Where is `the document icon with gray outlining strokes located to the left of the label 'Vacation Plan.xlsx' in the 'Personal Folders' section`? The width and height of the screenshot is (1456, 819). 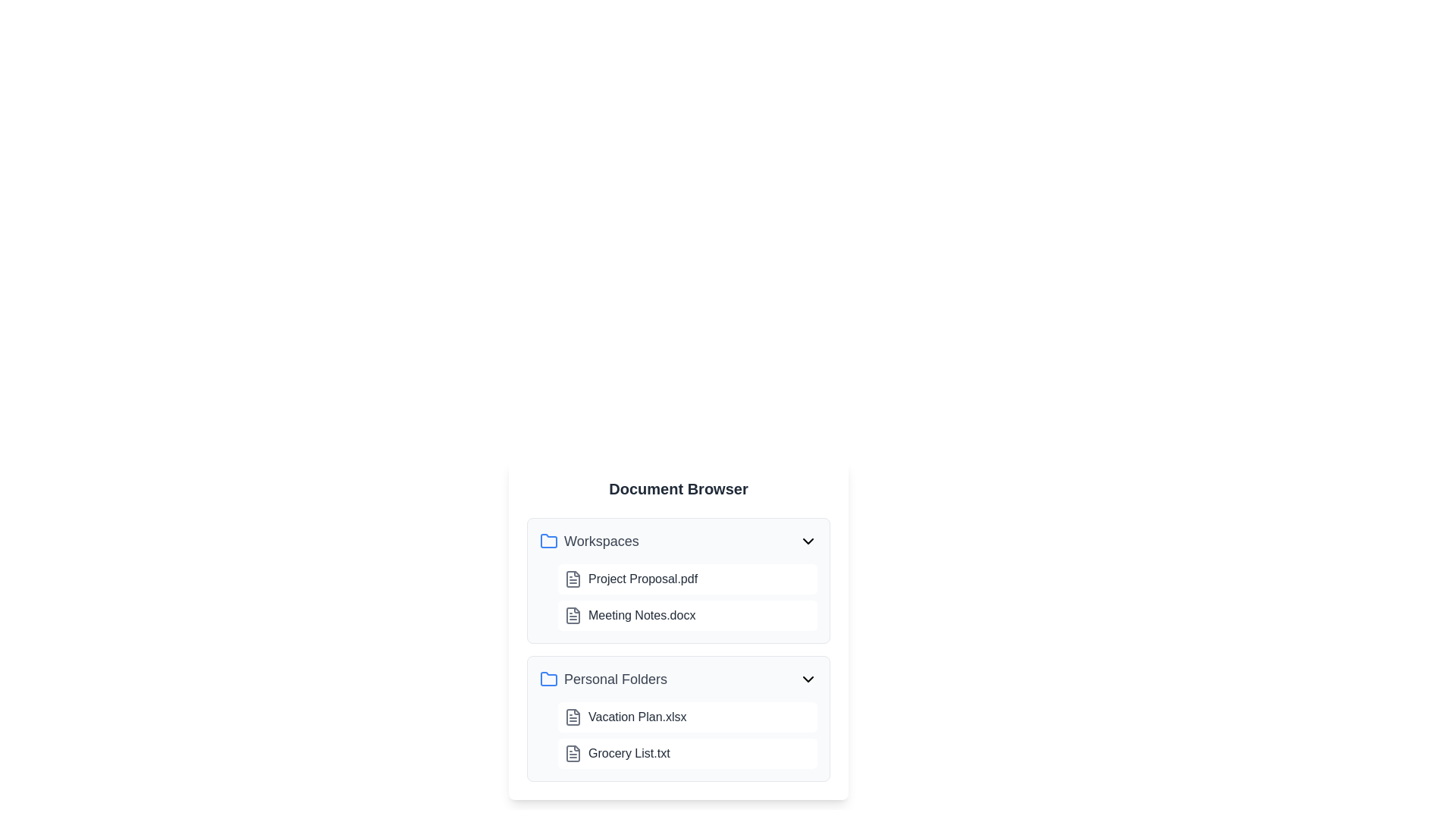
the document icon with gray outlining strokes located to the left of the label 'Vacation Plan.xlsx' in the 'Personal Folders' section is located at coordinates (572, 717).